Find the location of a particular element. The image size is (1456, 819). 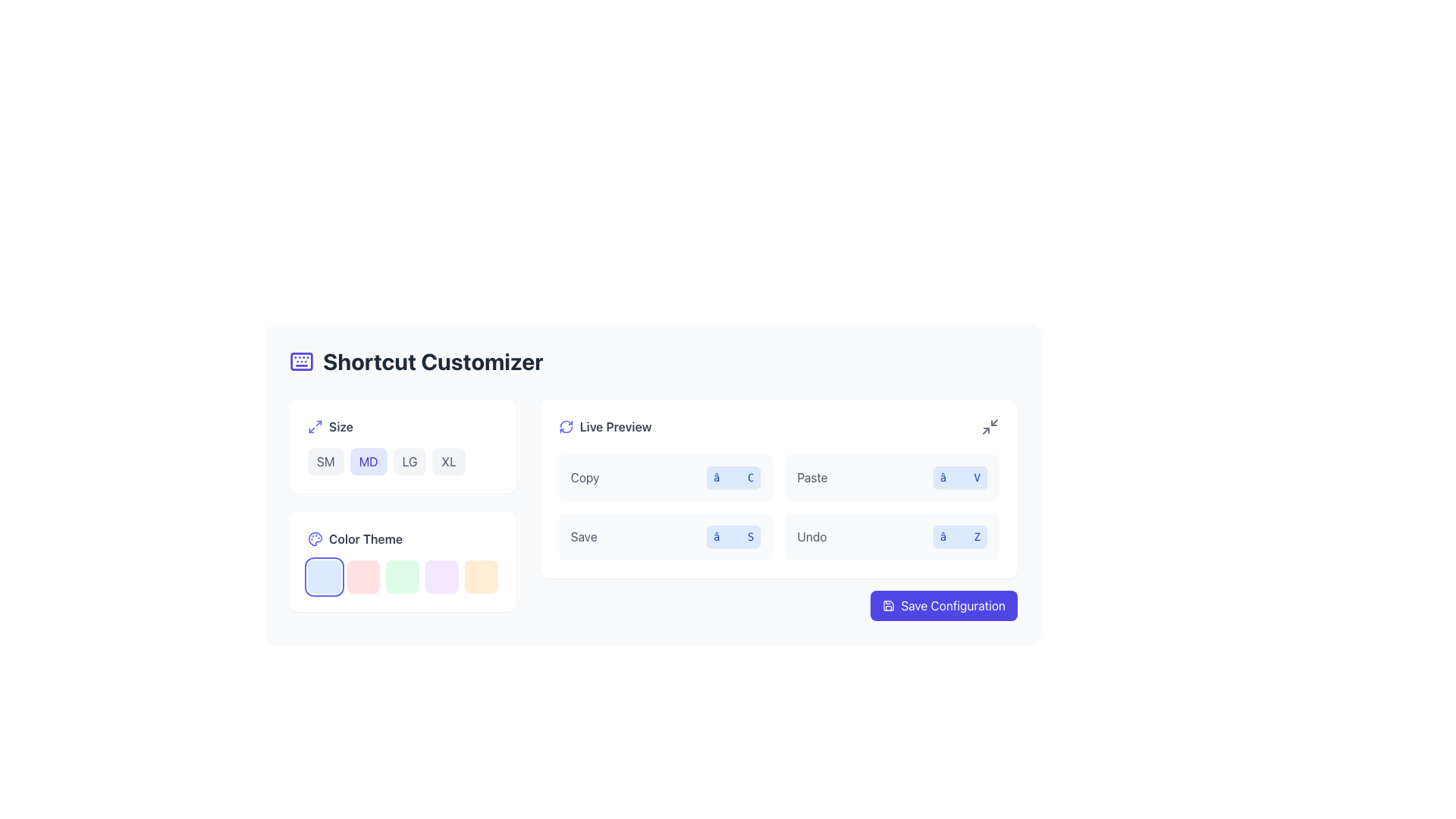

the small icon resembling a two-headed arrow located to the immediate left of the 'Size' label in the 'Shortcut Customizer' panel is located at coordinates (315, 427).